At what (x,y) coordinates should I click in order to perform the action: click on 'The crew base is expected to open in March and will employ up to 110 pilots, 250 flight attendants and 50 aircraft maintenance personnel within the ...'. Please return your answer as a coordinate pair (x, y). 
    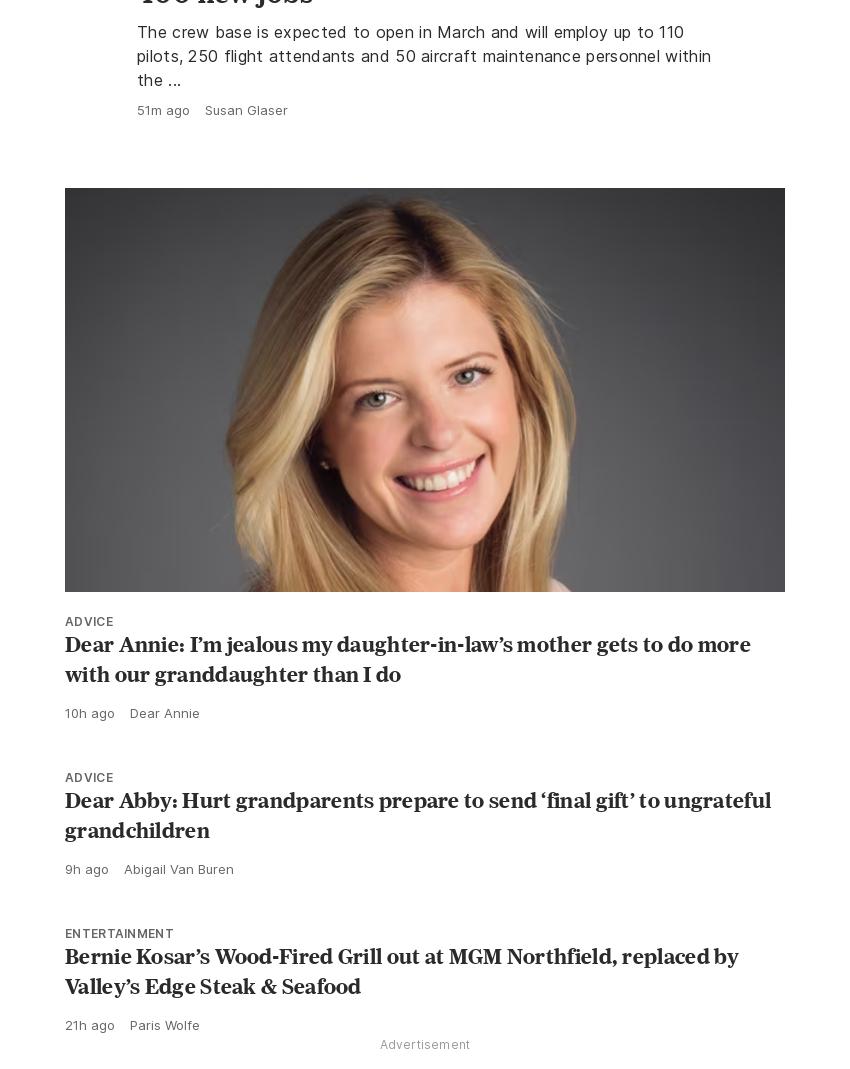
    Looking at the image, I should click on (137, 98).